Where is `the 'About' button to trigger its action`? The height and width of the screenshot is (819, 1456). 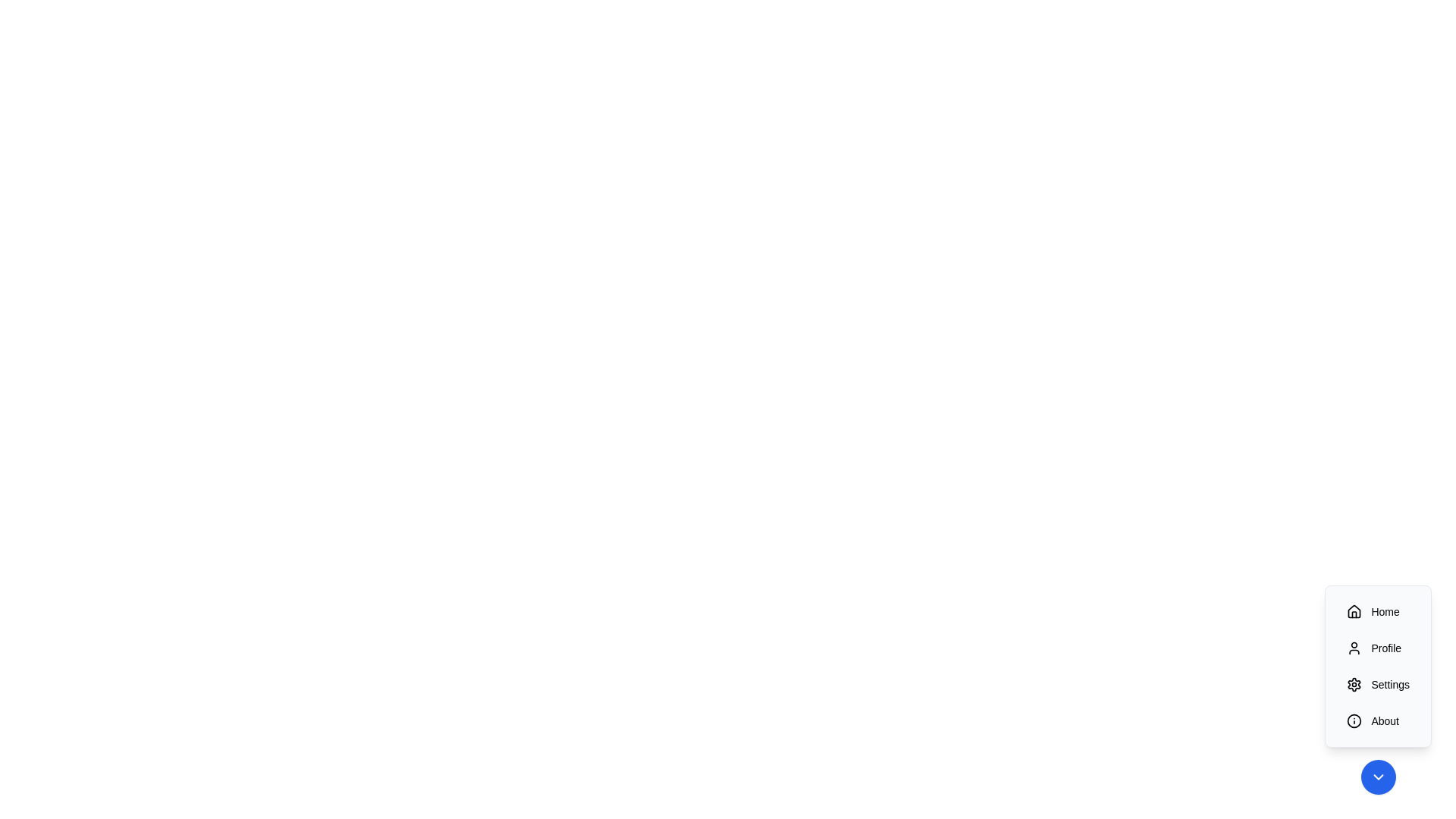 the 'About' button to trigger its action is located at coordinates (1378, 720).